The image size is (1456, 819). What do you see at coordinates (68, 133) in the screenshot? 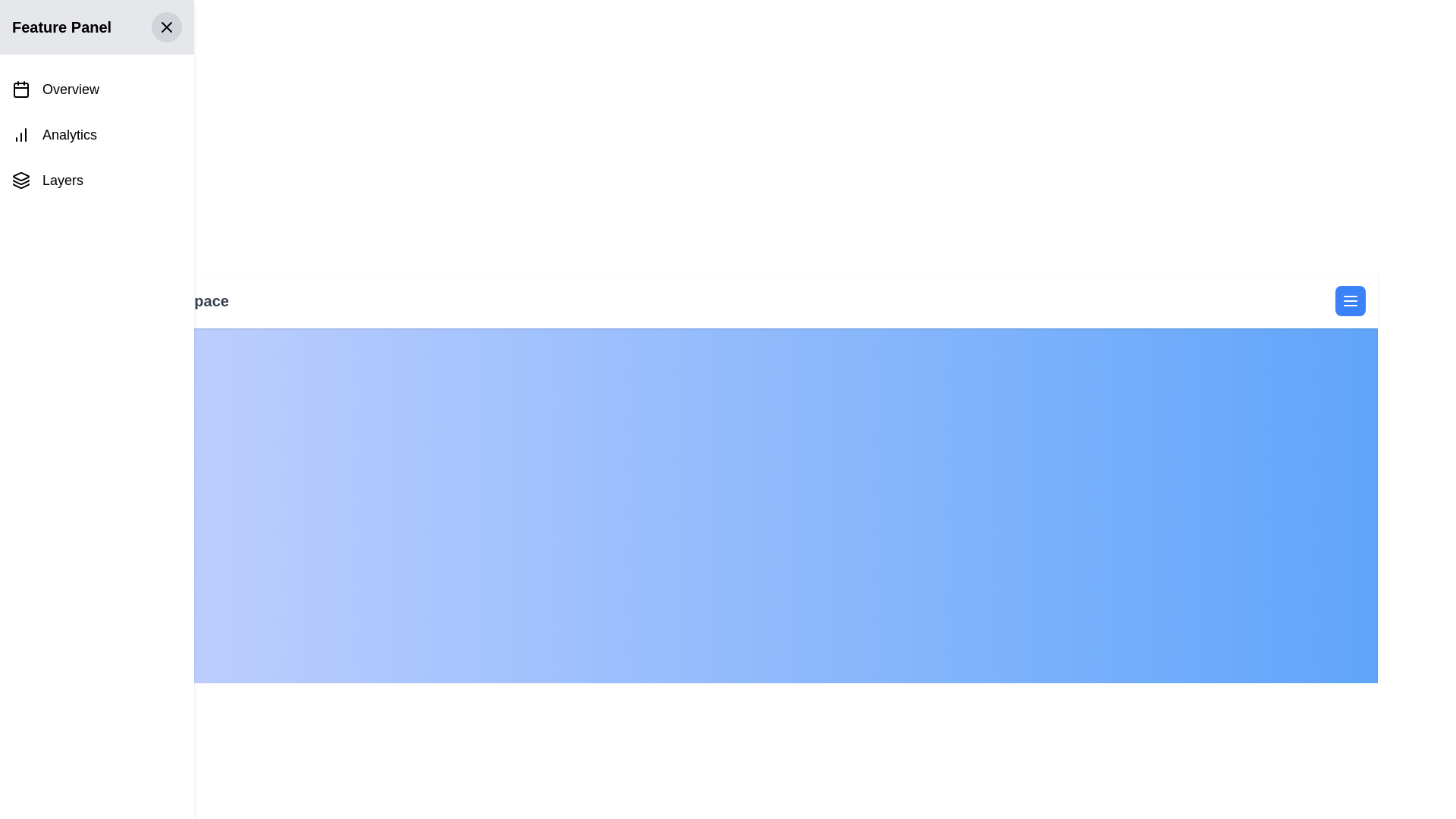
I see `text content of the 'Analytics' text label located in the sidebar menu, positioned below 'Overview' and above 'Layers'` at bounding box center [68, 133].